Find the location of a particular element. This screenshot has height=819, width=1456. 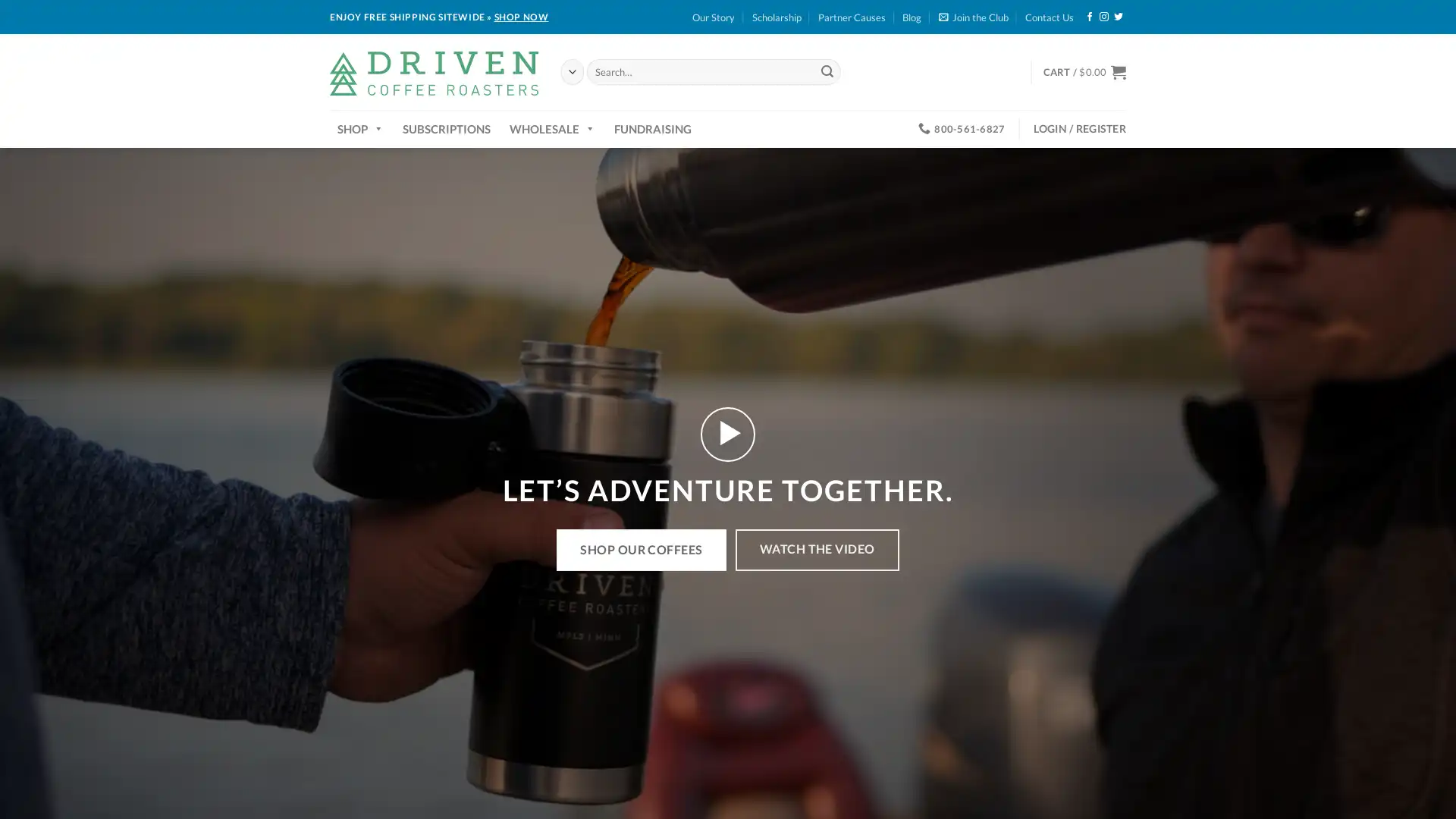

Submit is located at coordinates (826, 71).